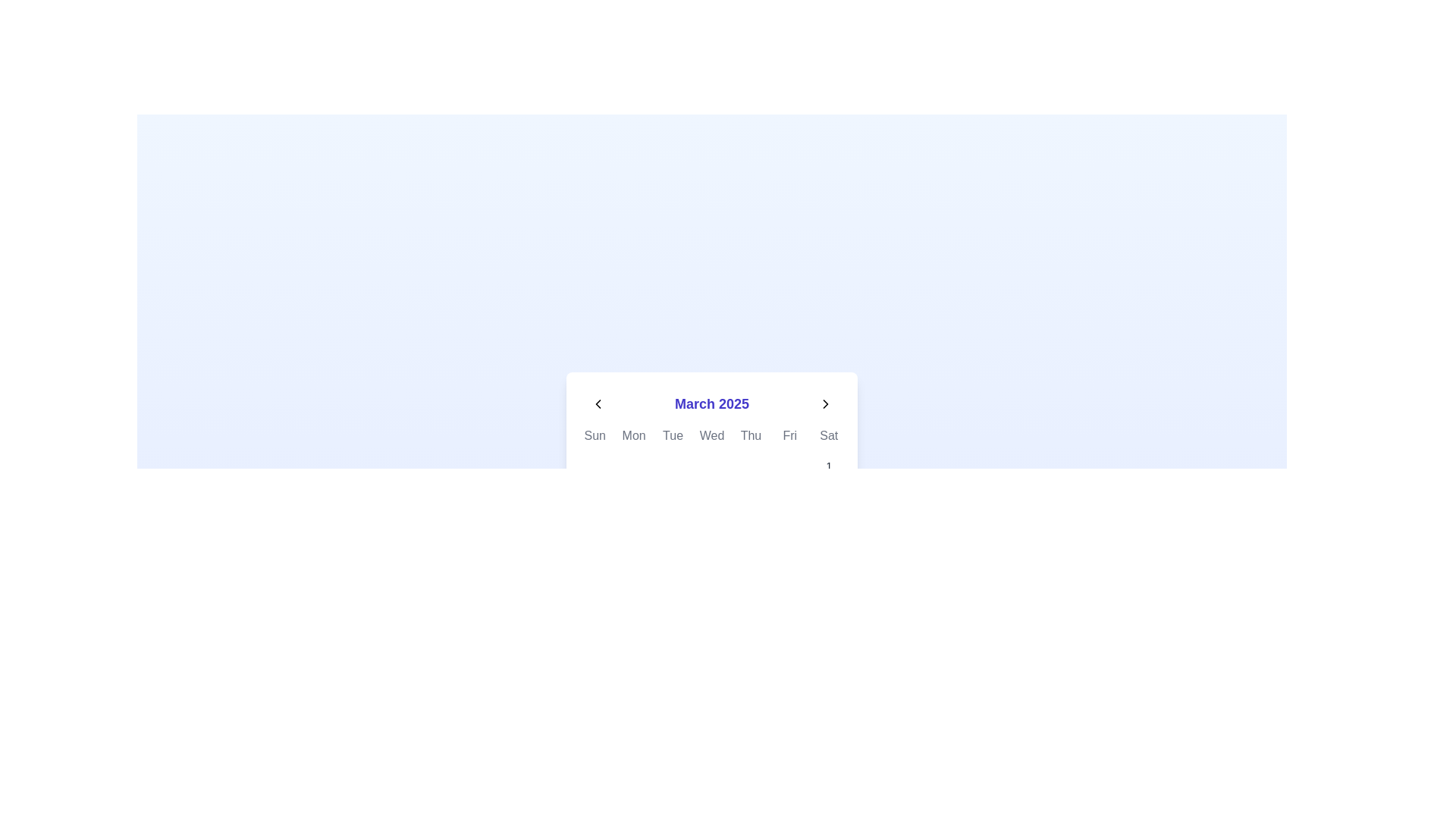  Describe the element at coordinates (597, 403) in the screenshot. I see `the navigation button that moves to the previous increment, located to the left of the text 'March 2025'` at that location.